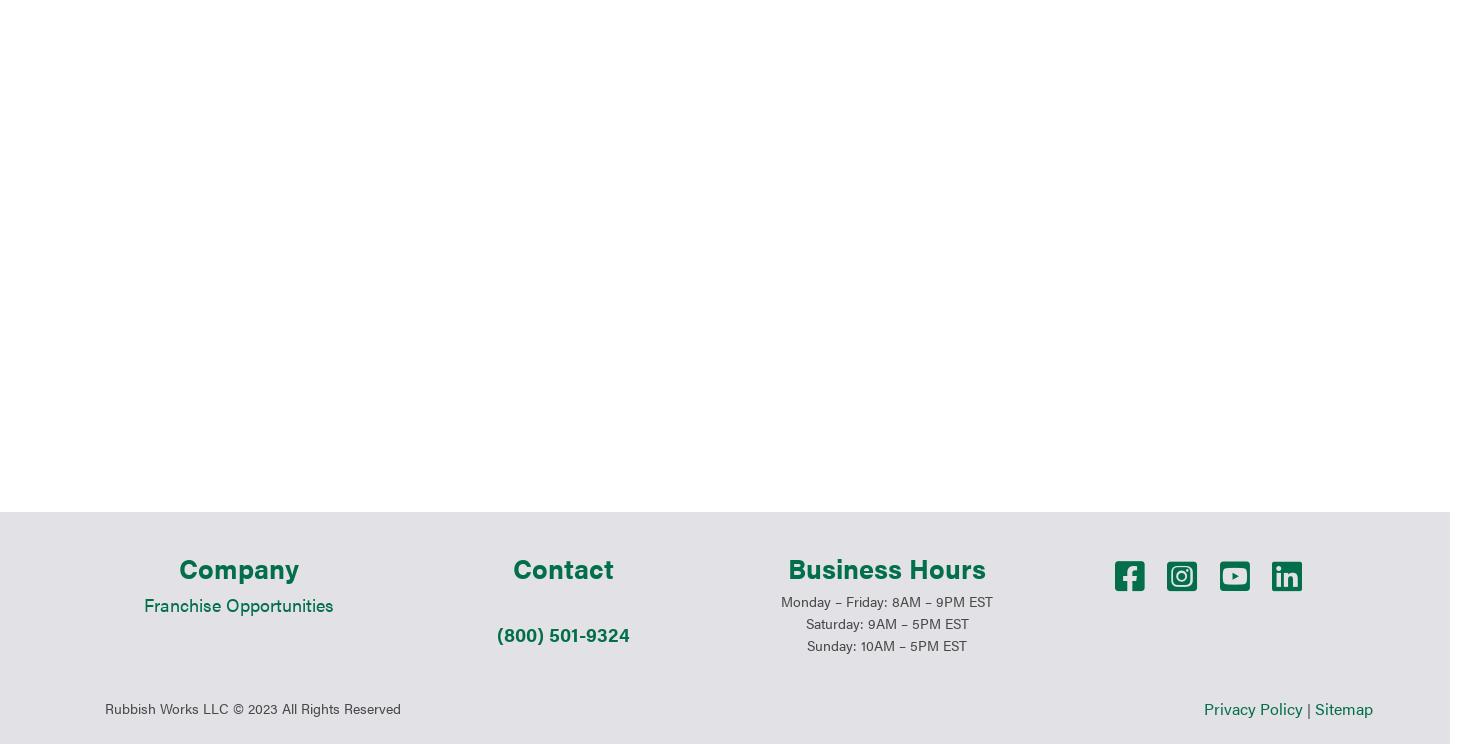 The image size is (1462, 744). What do you see at coordinates (886, 444) in the screenshot?
I see `'Sunday: 10AM – 5PM EST'` at bounding box center [886, 444].